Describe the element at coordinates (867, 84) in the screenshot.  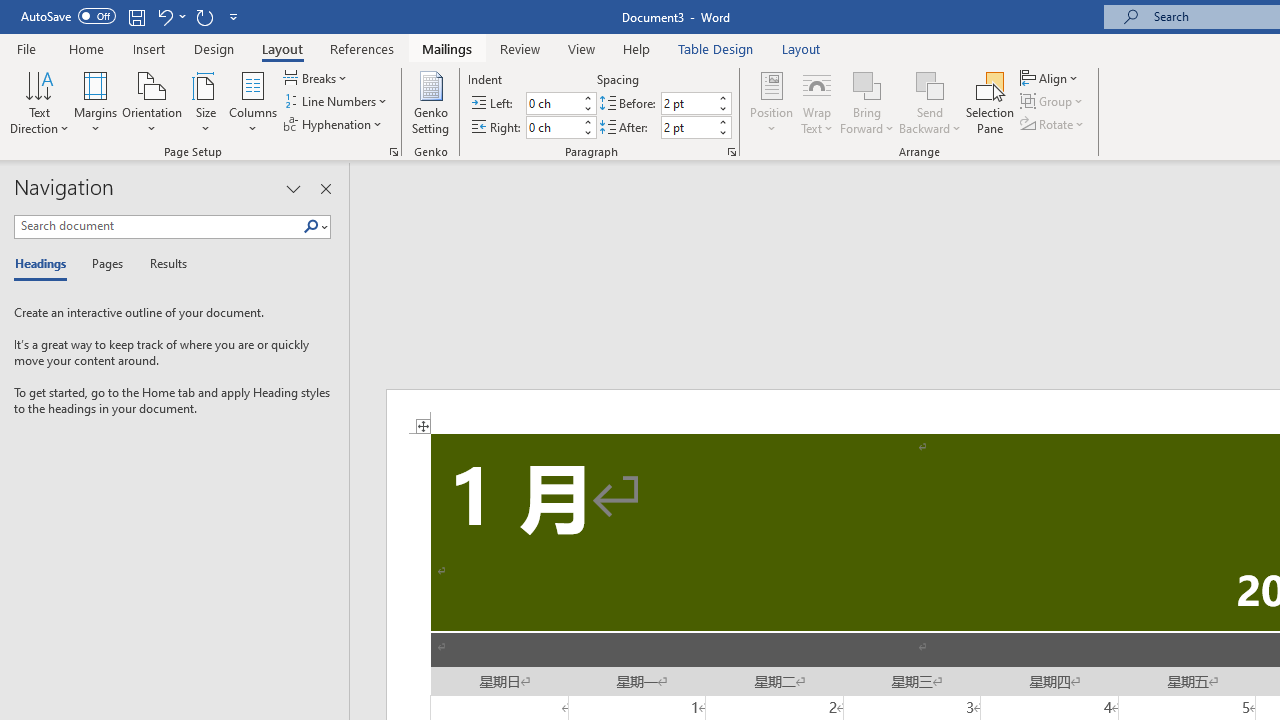
I see `'Bring Forward'` at that location.